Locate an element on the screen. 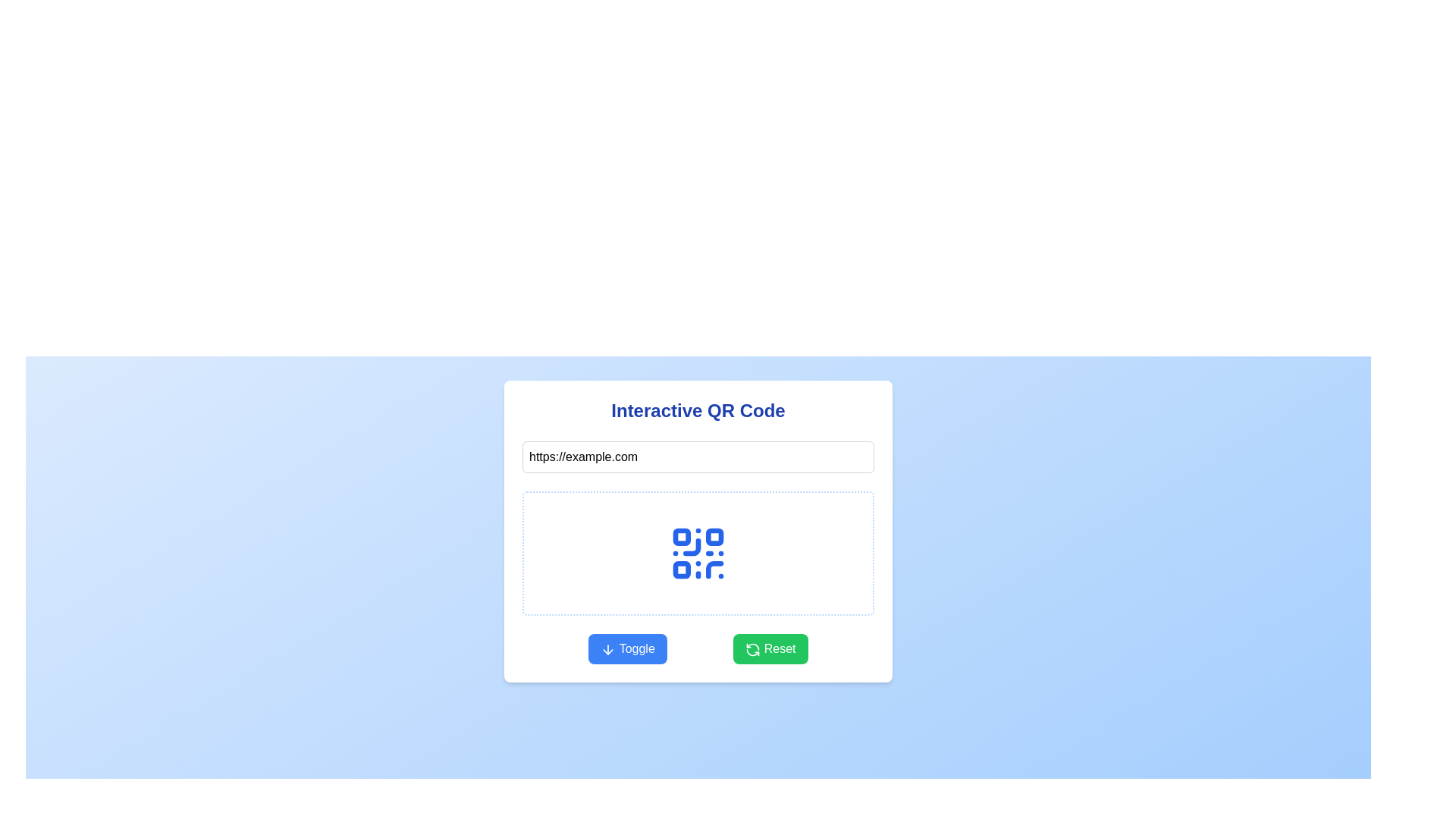 This screenshot has height=819, width=1456. the small square component with a blue frame and rounded corners located at the top right of the QR code representation is located at coordinates (714, 536).